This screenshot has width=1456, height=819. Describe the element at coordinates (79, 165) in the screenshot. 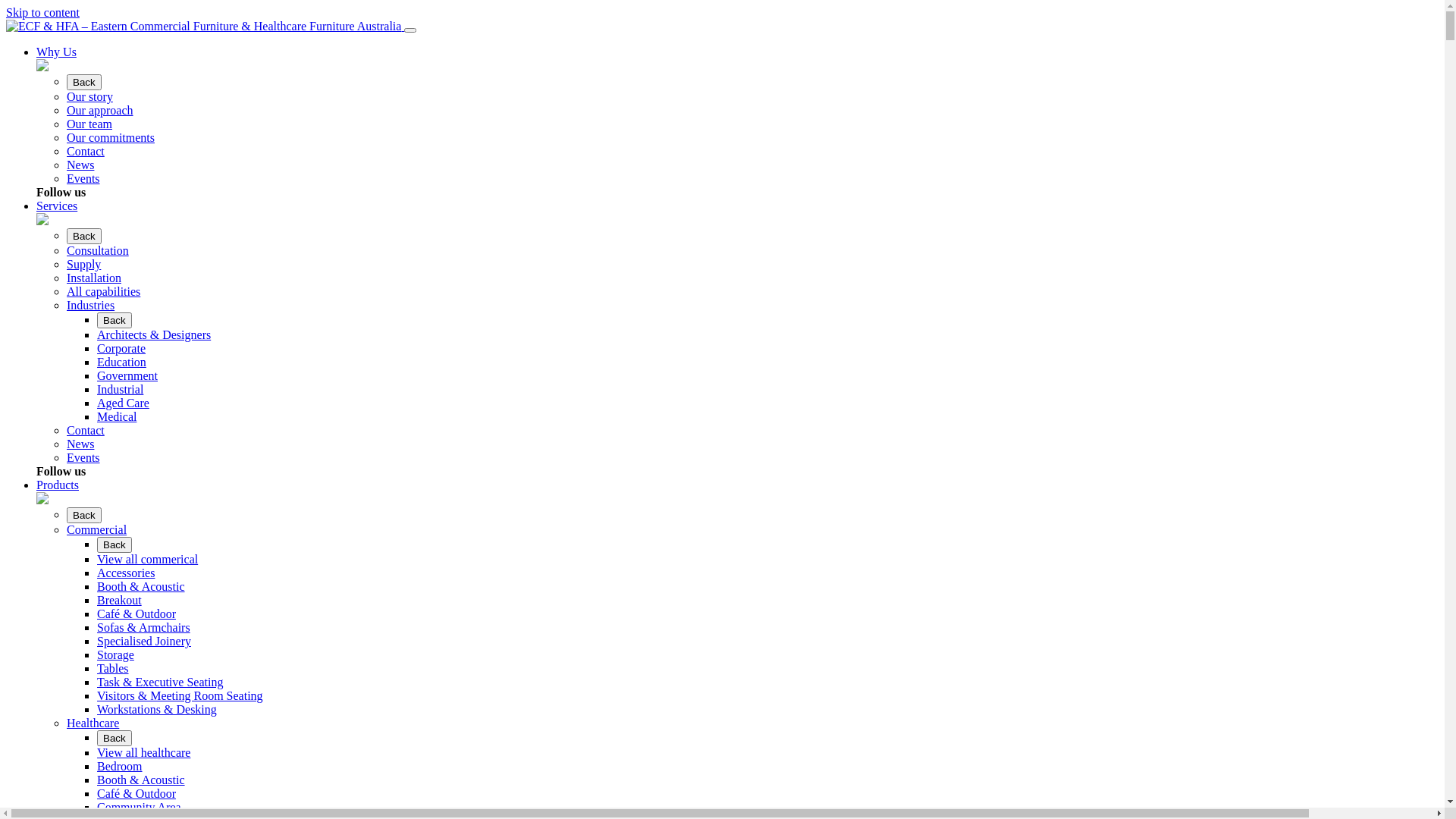

I see `'News'` at that location.